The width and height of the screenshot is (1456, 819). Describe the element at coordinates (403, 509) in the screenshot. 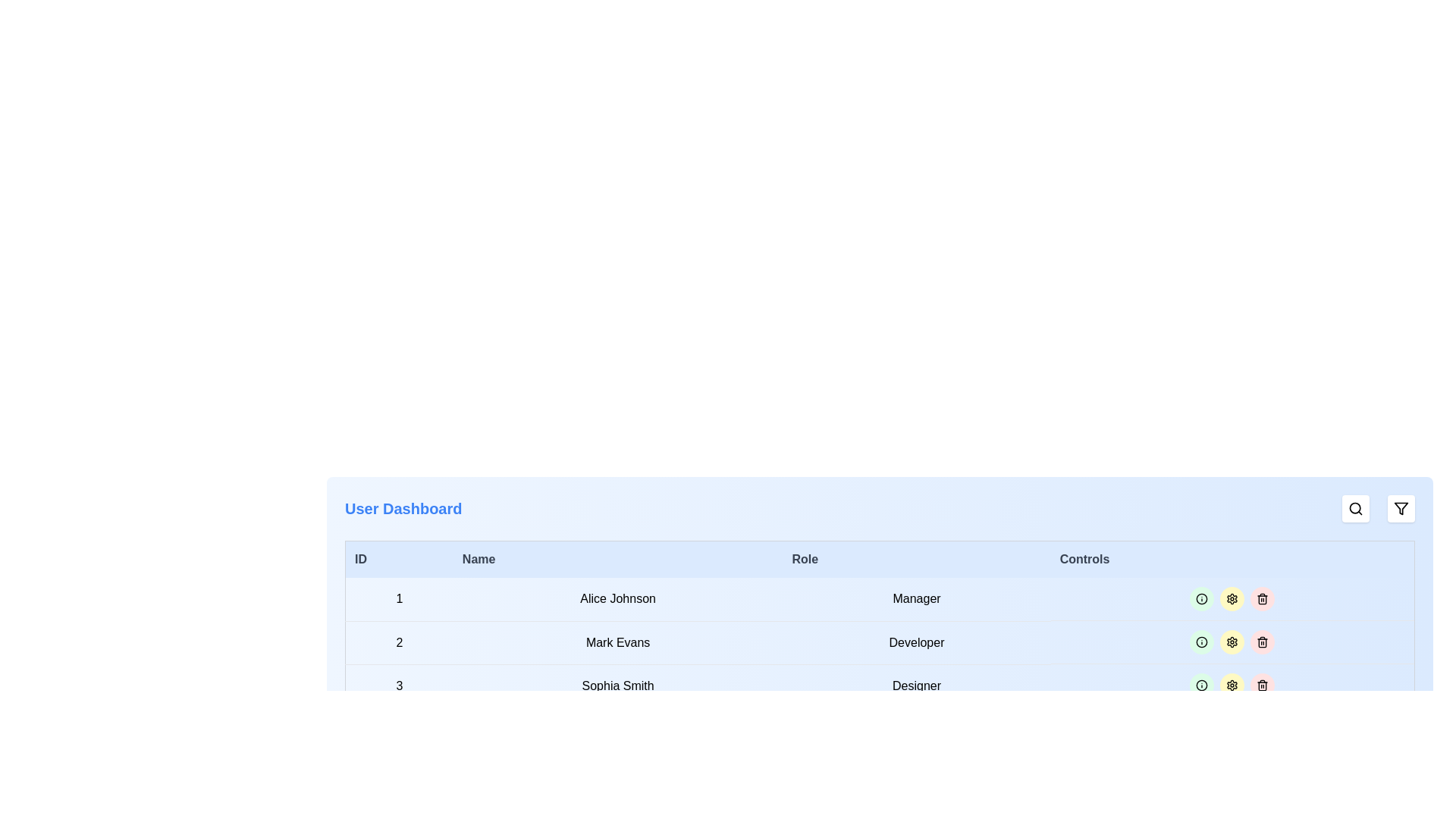

I see `the bold, blue-colored text label displaying 'User Dashboard', which is prominently positioned in the upper-left corner of the interface` at that location.